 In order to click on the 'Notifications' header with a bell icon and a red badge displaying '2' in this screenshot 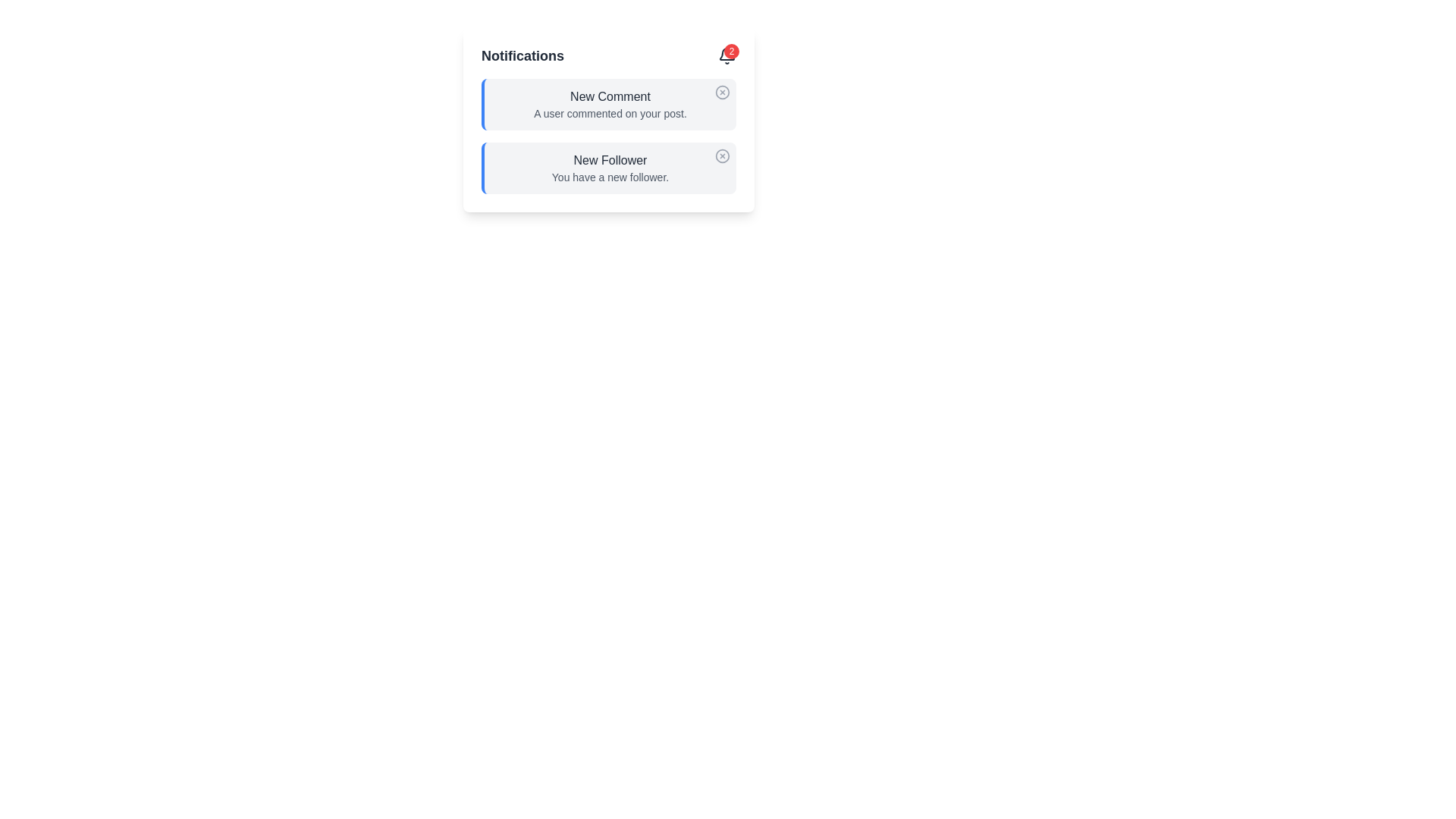, I will do `click(608, 55)`.